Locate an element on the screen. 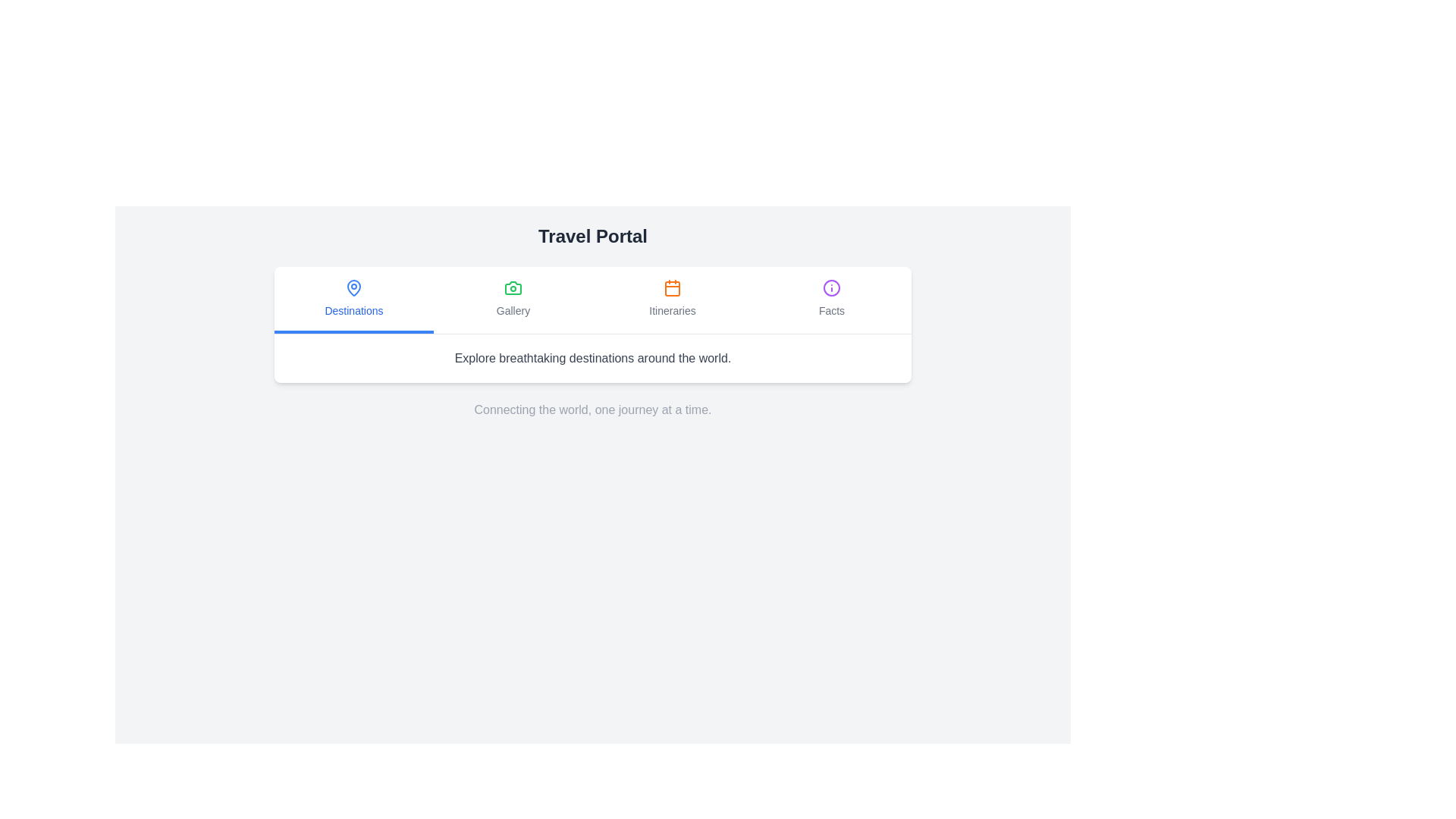 The image size is (1456, 819). the orange calendar icon located in the 'Itineraries' section of the navigation bar for additional options is located at coordinates (672, 288).